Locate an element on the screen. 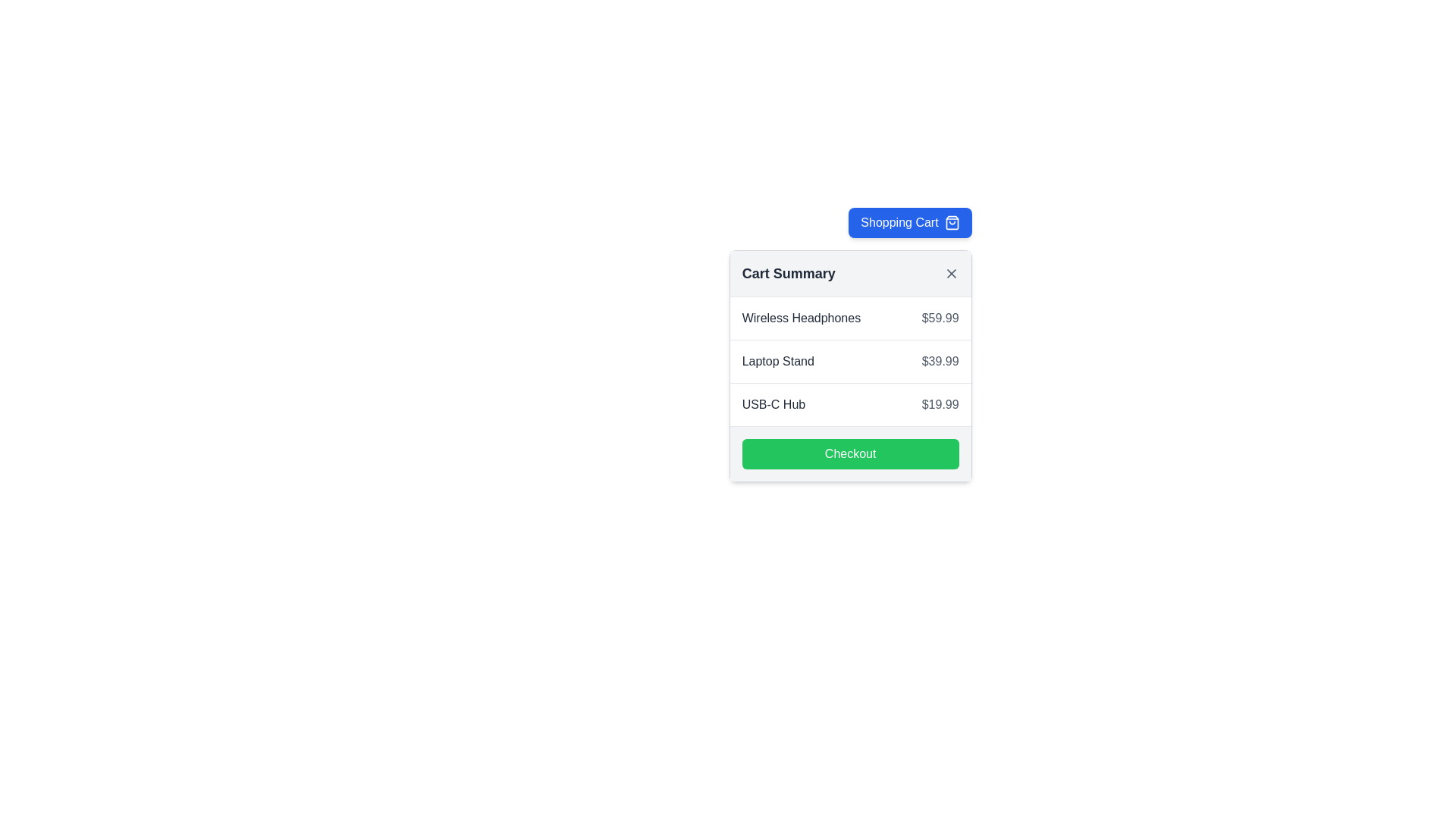 Image resolution: width=1456 pixels, height=819 pixels. the price indicator label for the product 'USB-C Hub' located in the shopping cart summary section on the third row is located at coordinates (940, 403).